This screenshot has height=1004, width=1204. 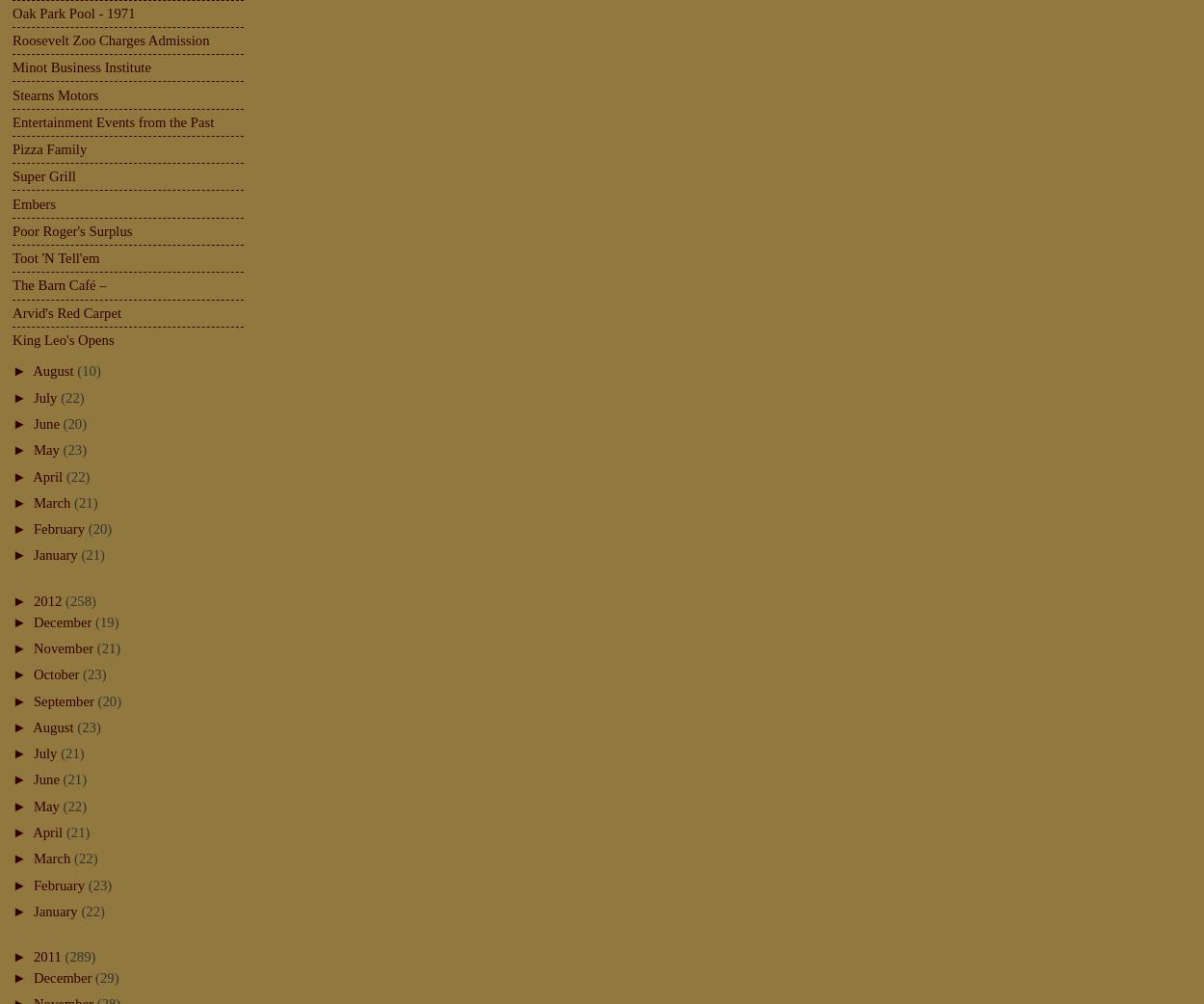 What do you see at coordinates (110, 38) in the screenshot?
I see `'Roosevelt Zoo Charges Admission'` at bounding box center [110, 38].